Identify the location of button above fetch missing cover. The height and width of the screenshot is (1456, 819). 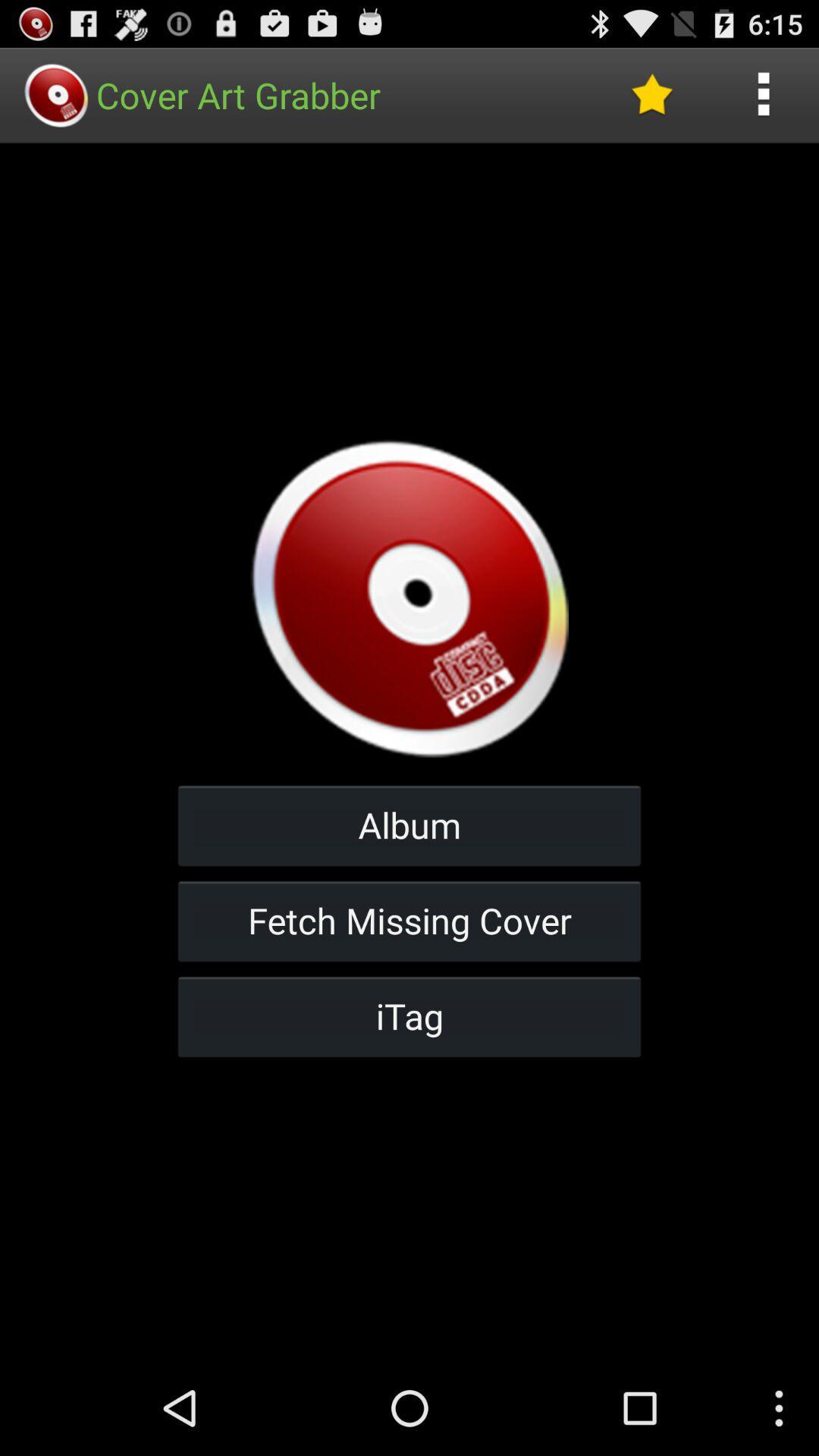
(409, 824).